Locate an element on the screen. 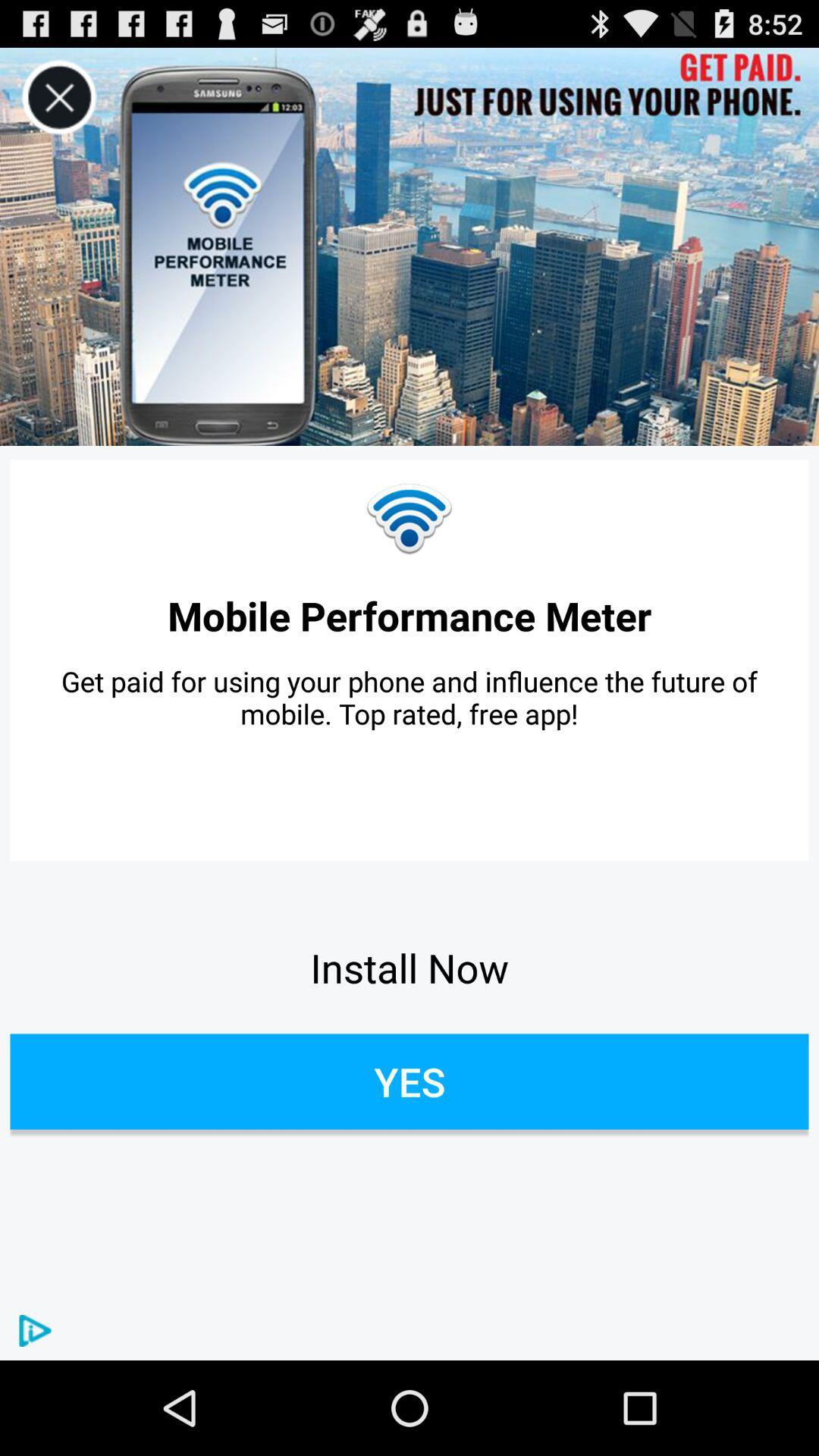 This screenshot has height=1456, width=819. the close icon is located at coordinates (58, 104).